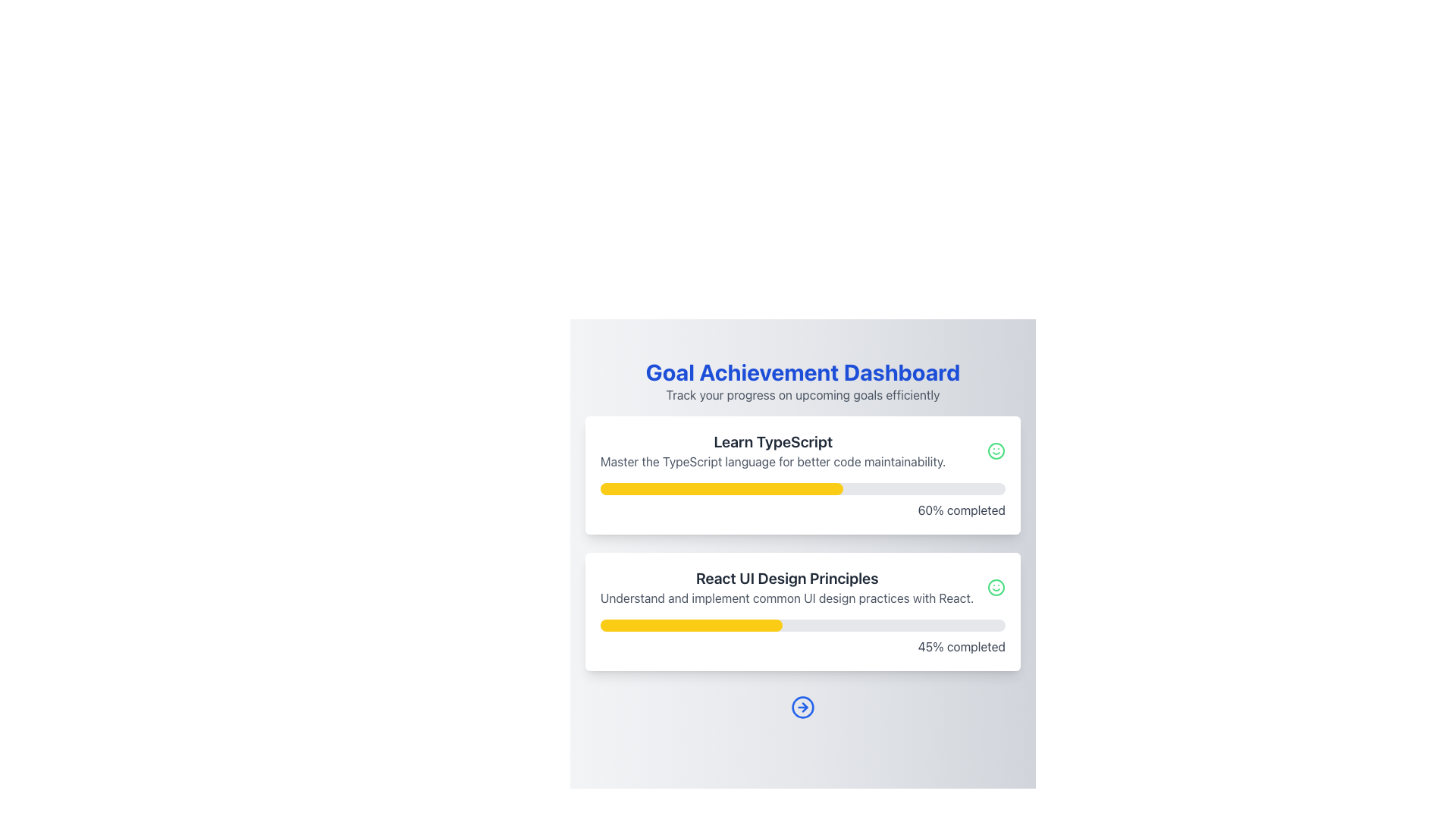 The image size is (1456, 819). Describe the element at coordinates (802, 587) in the screenshot. I see `the Informational Section titled 'React UI Design Principles', which includes a description about UI design practices with a green smiley icon to the right` at that location.